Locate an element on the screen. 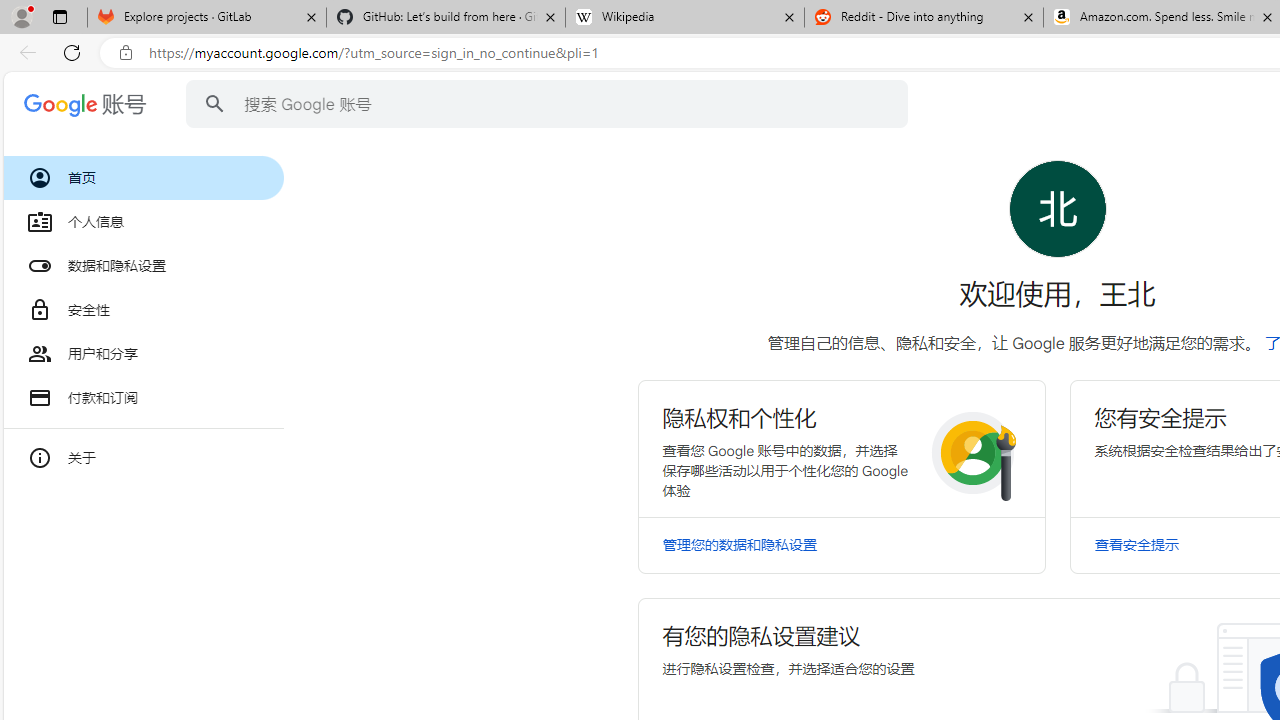 The height and width of the screenshot is (720, 1280). 'Wikipedia' is located at coordinates (684, 17).